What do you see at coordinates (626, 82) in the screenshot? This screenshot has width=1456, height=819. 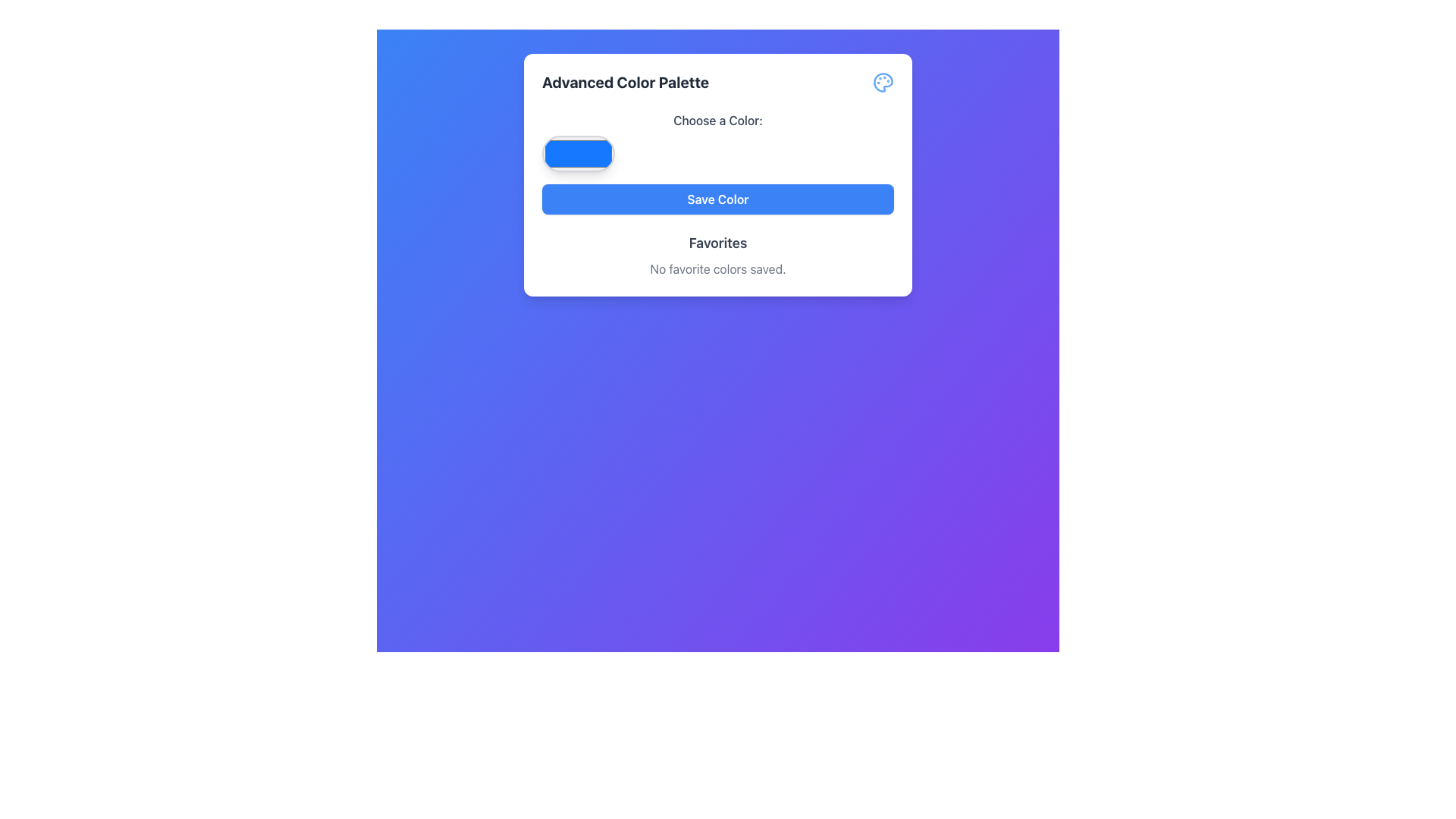 I see `the text header 'Advanced Color Palette'` at bounding box center [626, 82].